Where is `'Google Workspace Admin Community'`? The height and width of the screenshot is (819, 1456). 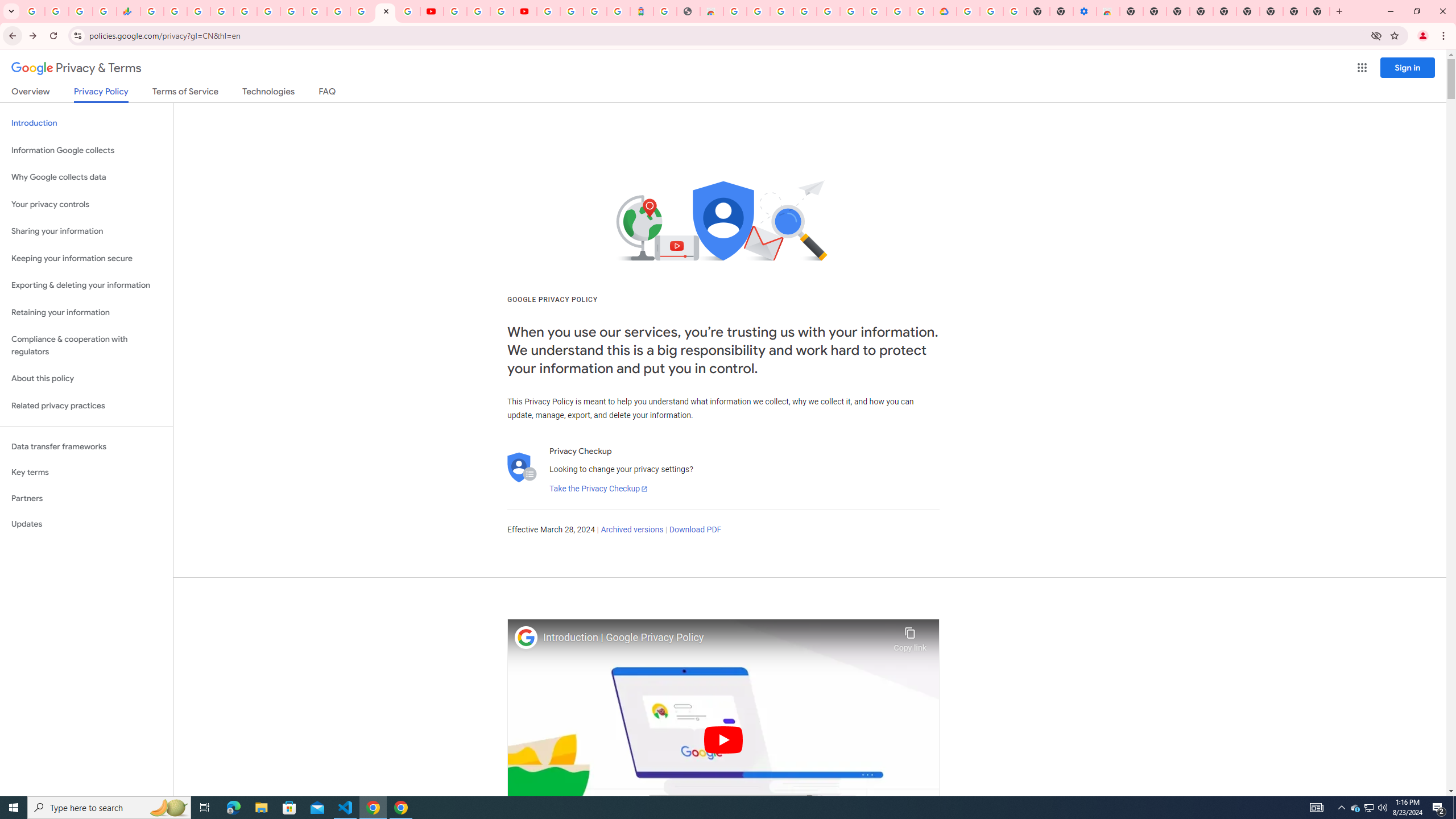 'Google Workspace Admin Community' is located at coordinates (32, 11).